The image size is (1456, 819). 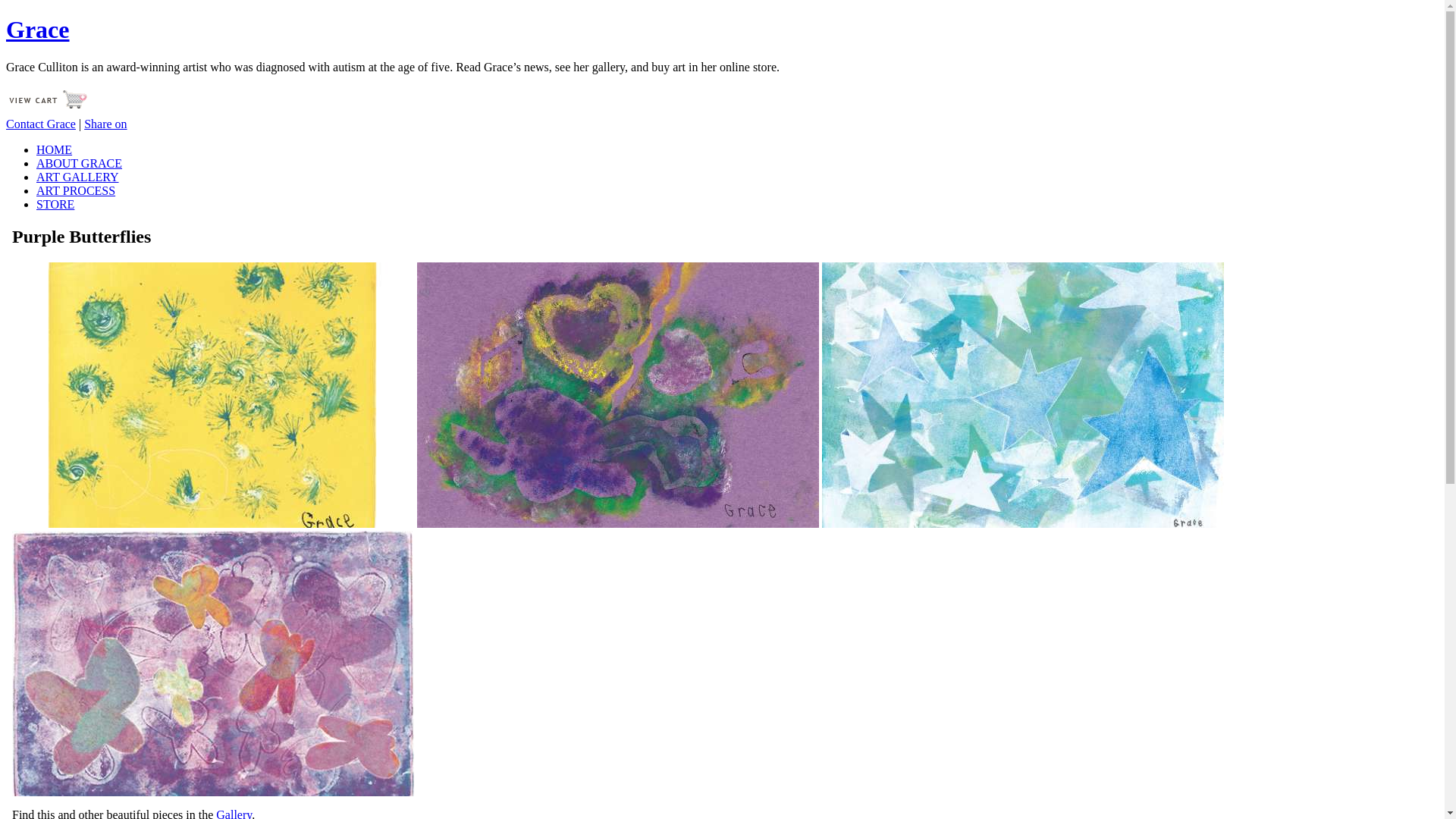 What do you see at coordinates (55, 203) in the screenshot?
I see `'STORE'` at bounding box center [55, 203].